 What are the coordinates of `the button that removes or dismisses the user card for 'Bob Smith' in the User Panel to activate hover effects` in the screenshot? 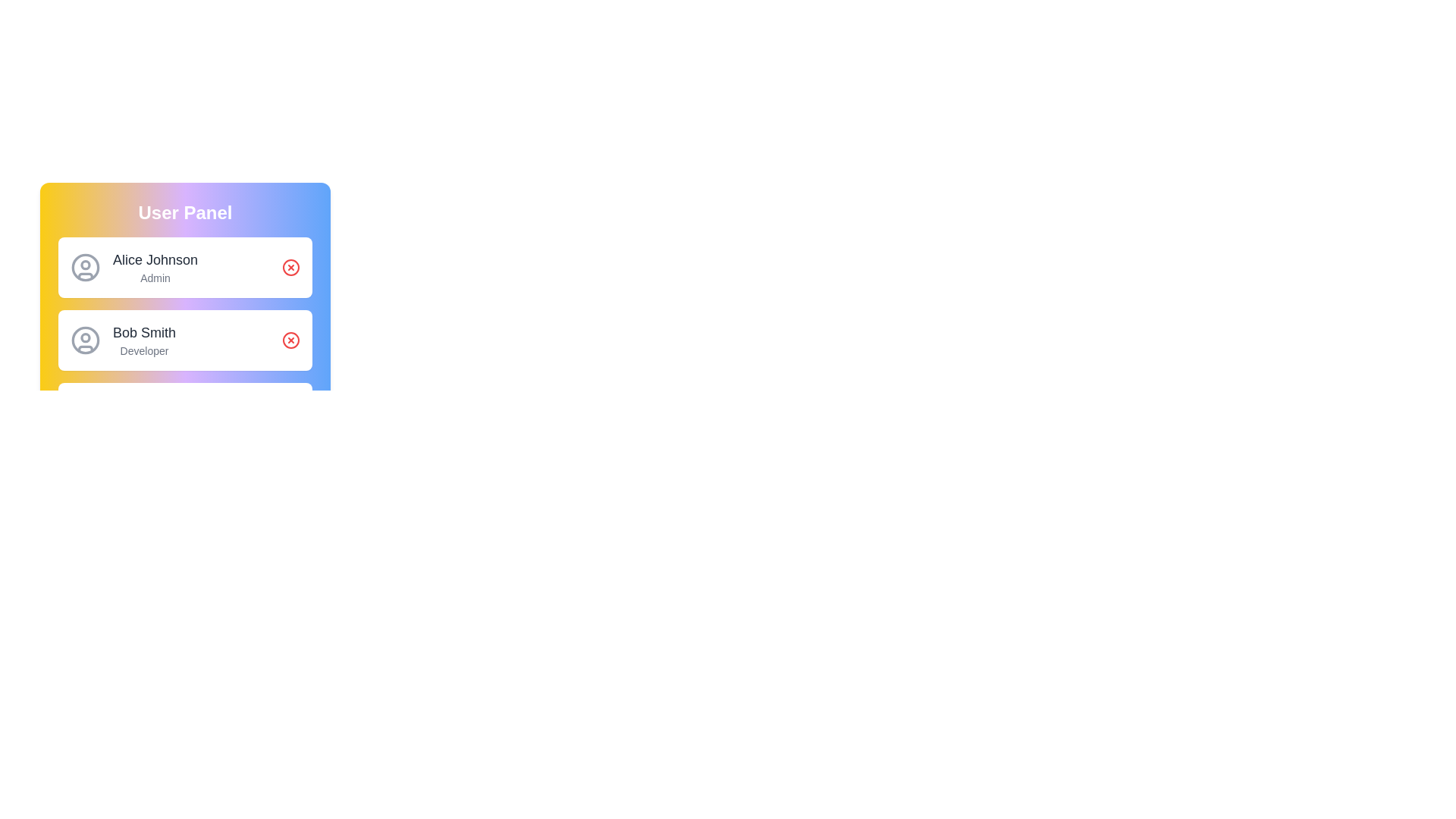 It's located at (291, 339).